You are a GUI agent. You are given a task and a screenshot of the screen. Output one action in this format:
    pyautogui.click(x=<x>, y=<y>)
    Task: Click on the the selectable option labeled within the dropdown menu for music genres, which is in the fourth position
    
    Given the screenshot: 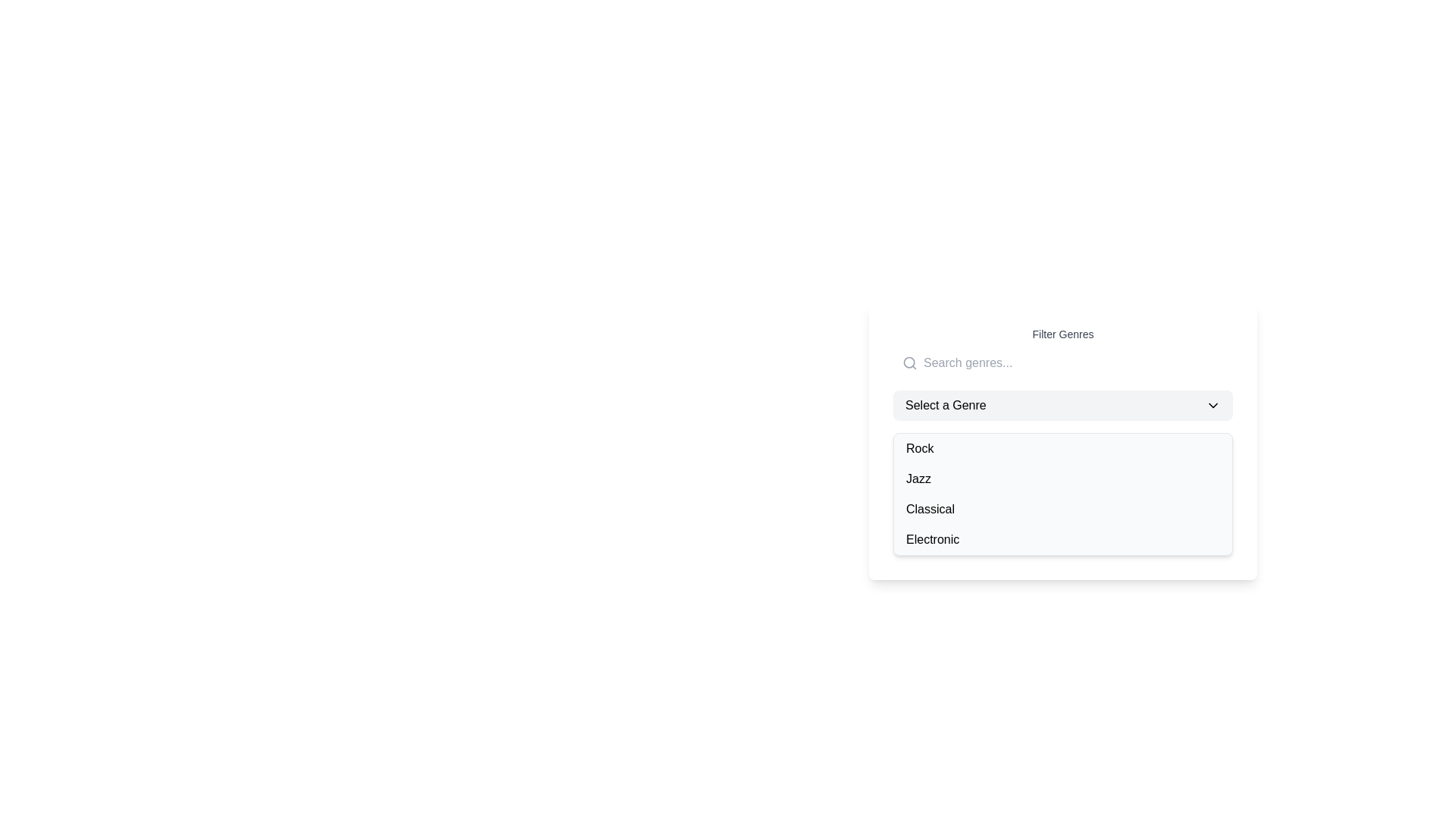 What is the action you would take?
    pyautogui.click(x=932, y=539)
    